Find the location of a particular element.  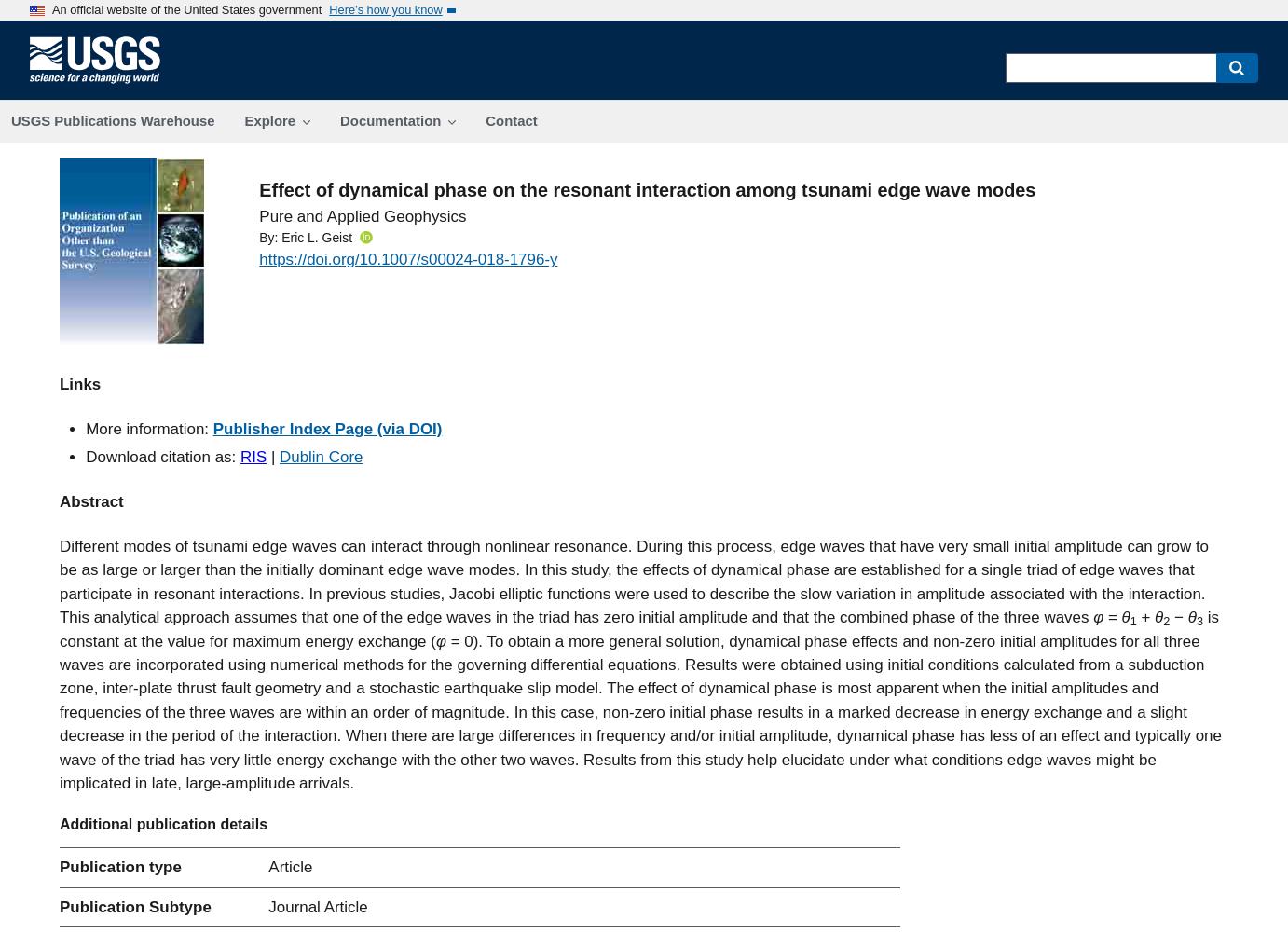

'2' is located at coordinates (1165, 621).